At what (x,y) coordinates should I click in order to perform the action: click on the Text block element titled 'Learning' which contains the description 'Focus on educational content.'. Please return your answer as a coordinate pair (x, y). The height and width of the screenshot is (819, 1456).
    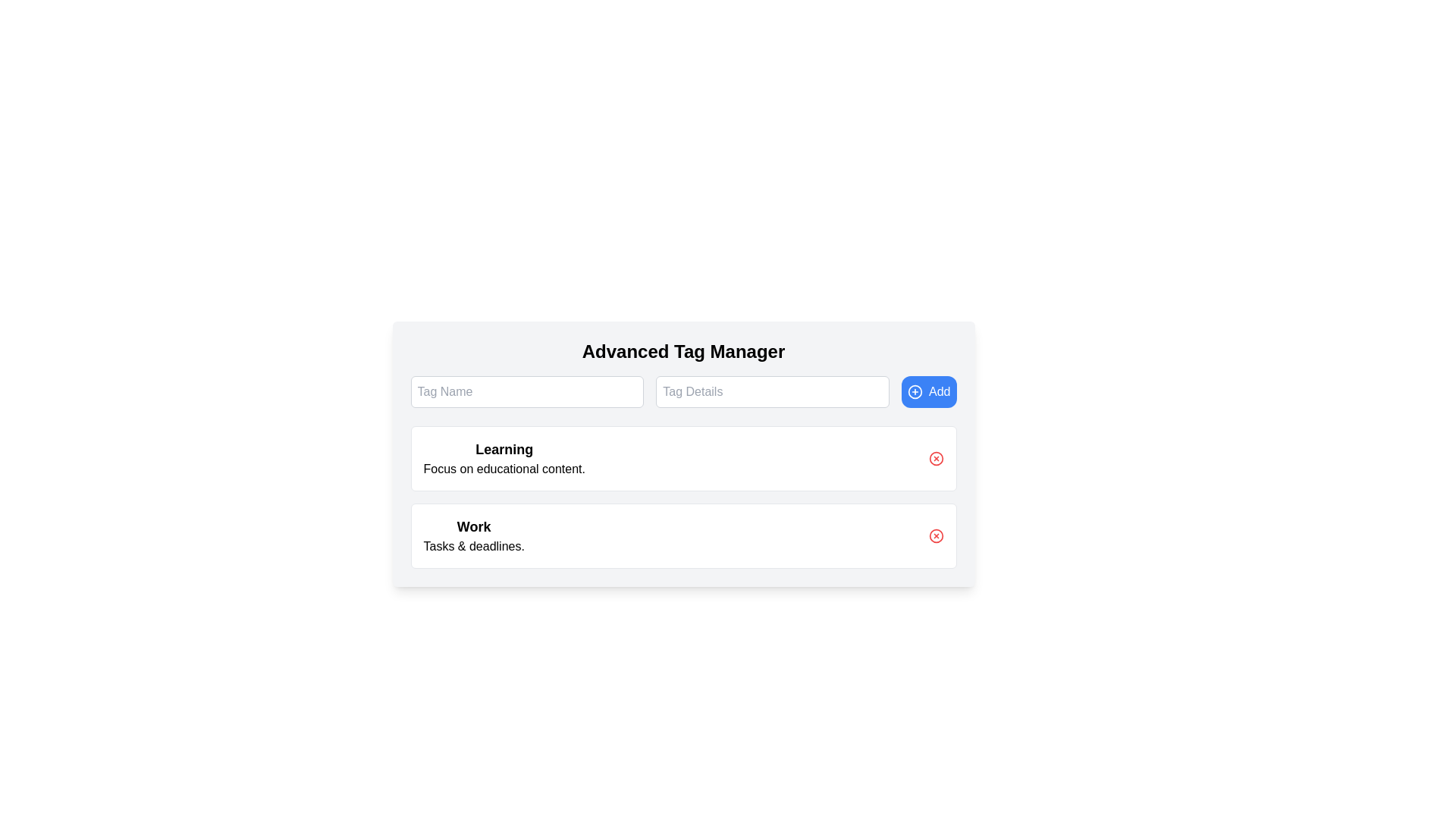
    Looking at the image, I should click on (504, 458).